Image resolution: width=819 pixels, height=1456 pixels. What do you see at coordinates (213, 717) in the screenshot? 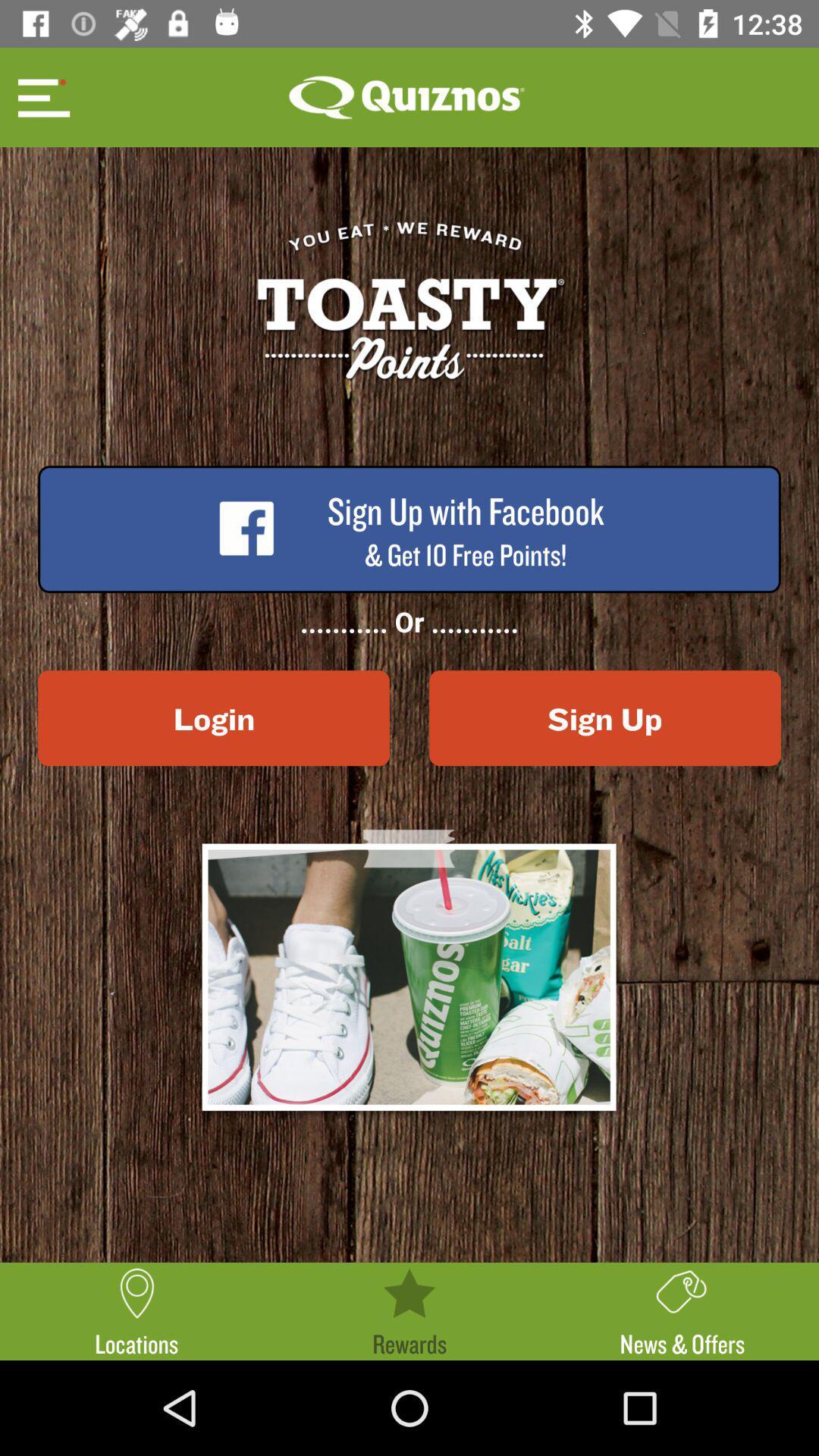
I see `item to the left of the sign up icon` at bounding box center [213, 717].